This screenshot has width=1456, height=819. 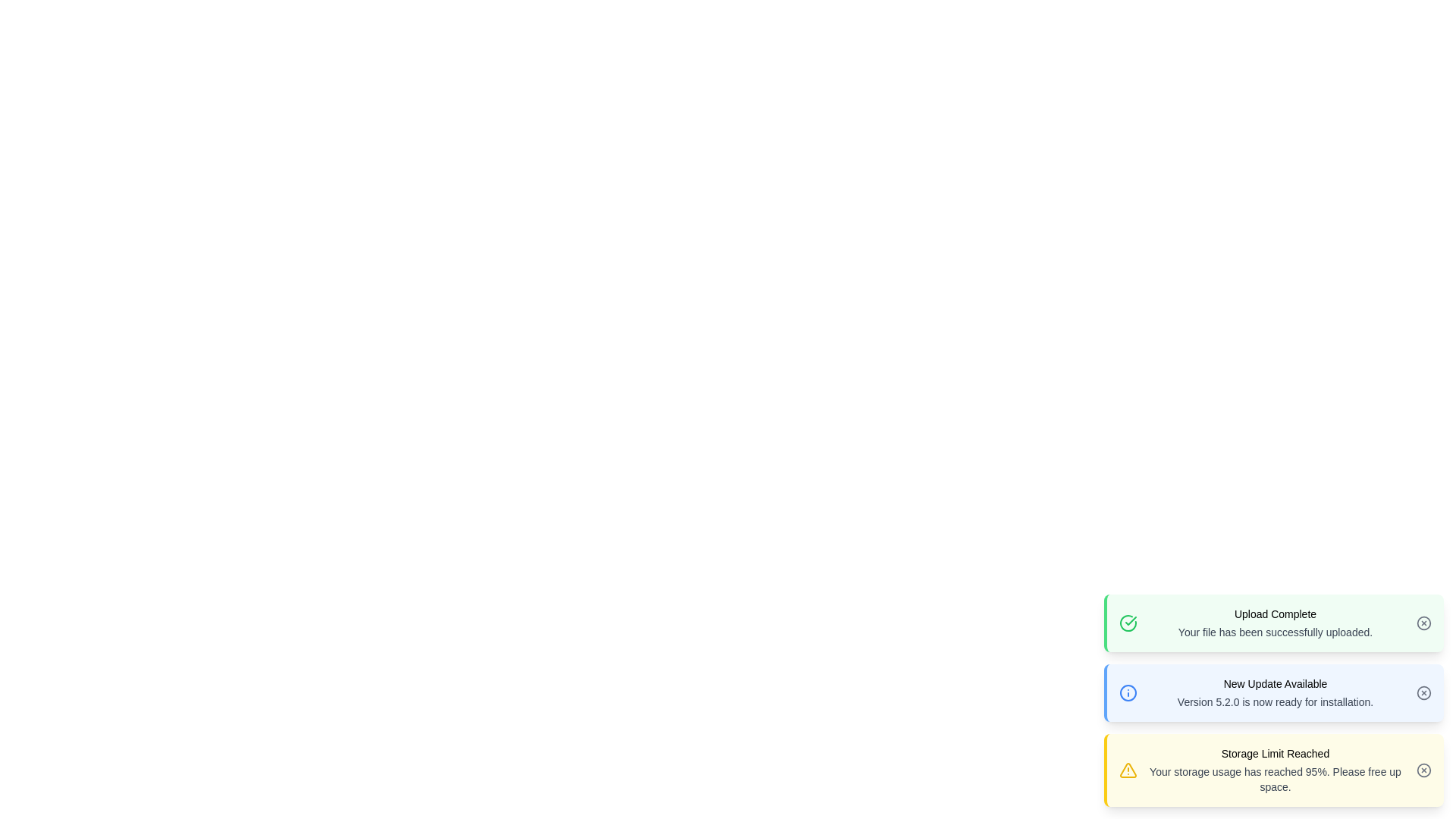 What do you see at coordinates (1128, 693) in the screenshot?
I see `the central Circle element within the SVG graphic, which serves a decorative or informational purpose` at bounding box center [1128, 693].